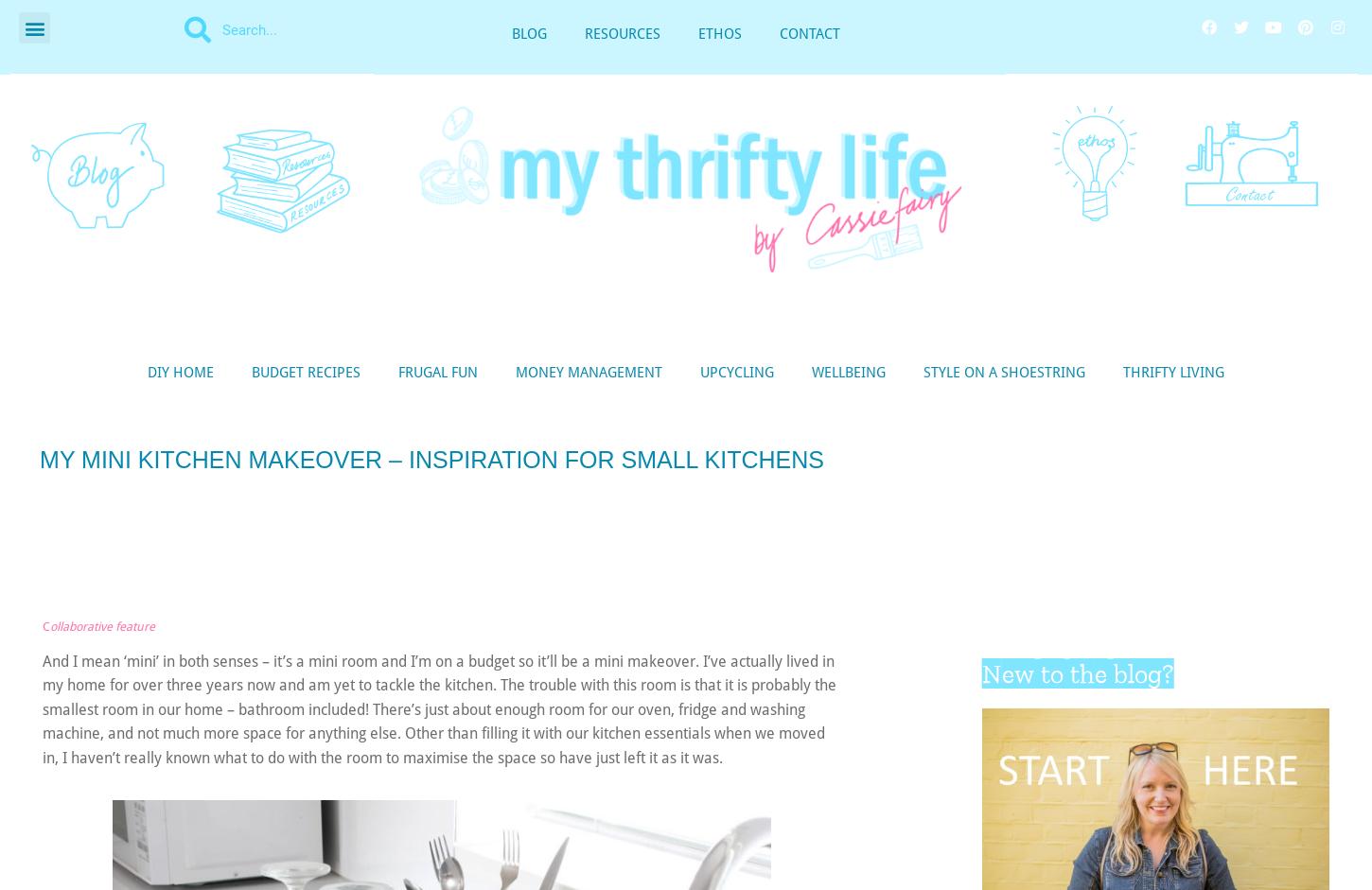 This screenshot has width=1372, height=890. Describe the element at coordinates (588, 371) in the screenshot. I see `'MONEY MANAGEMENT'` at that location.